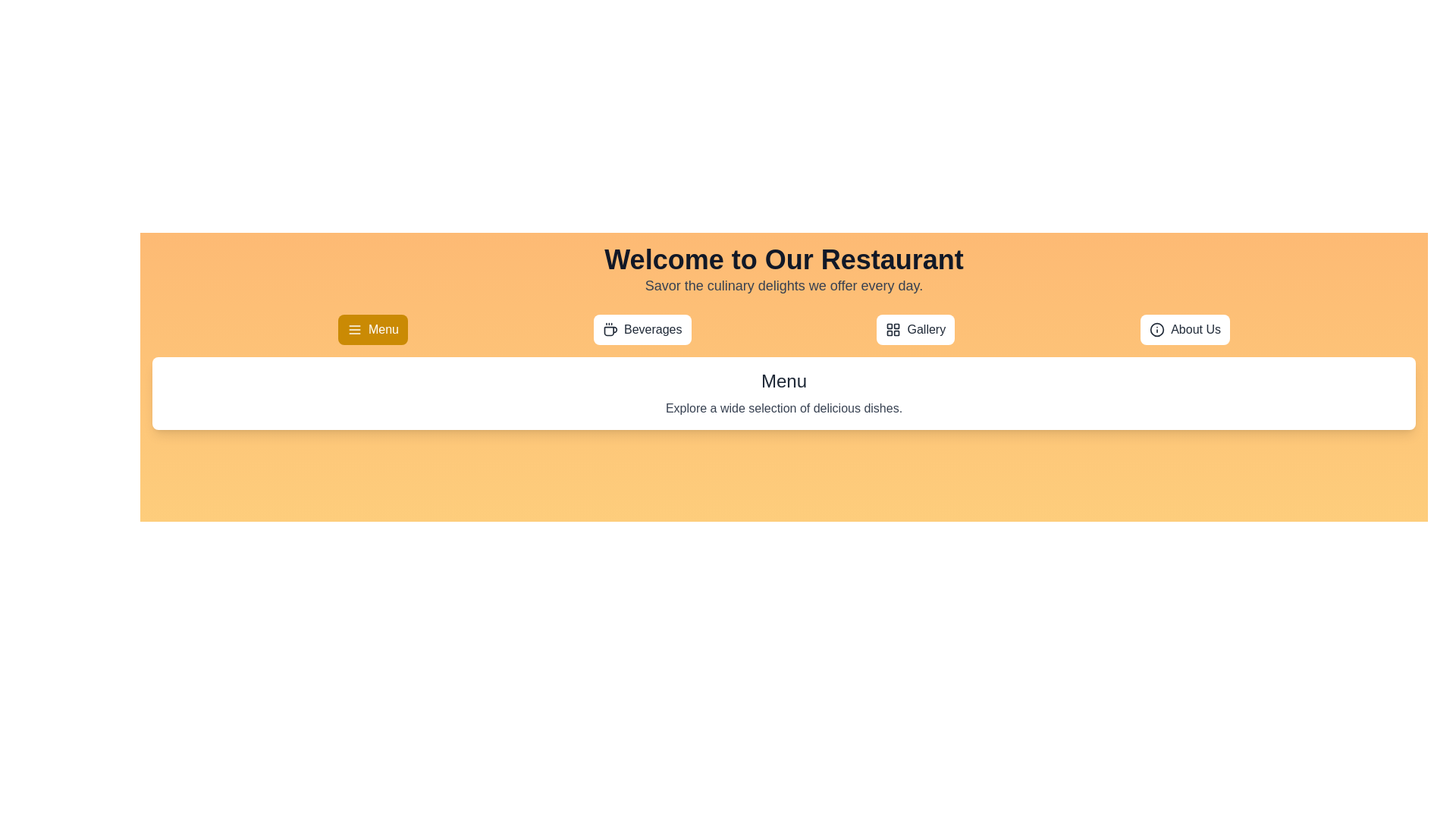 This screenshot has height=819, width=1456. I want to click on the tab labeled Menu to observe its hover effect, so click(372, 329).